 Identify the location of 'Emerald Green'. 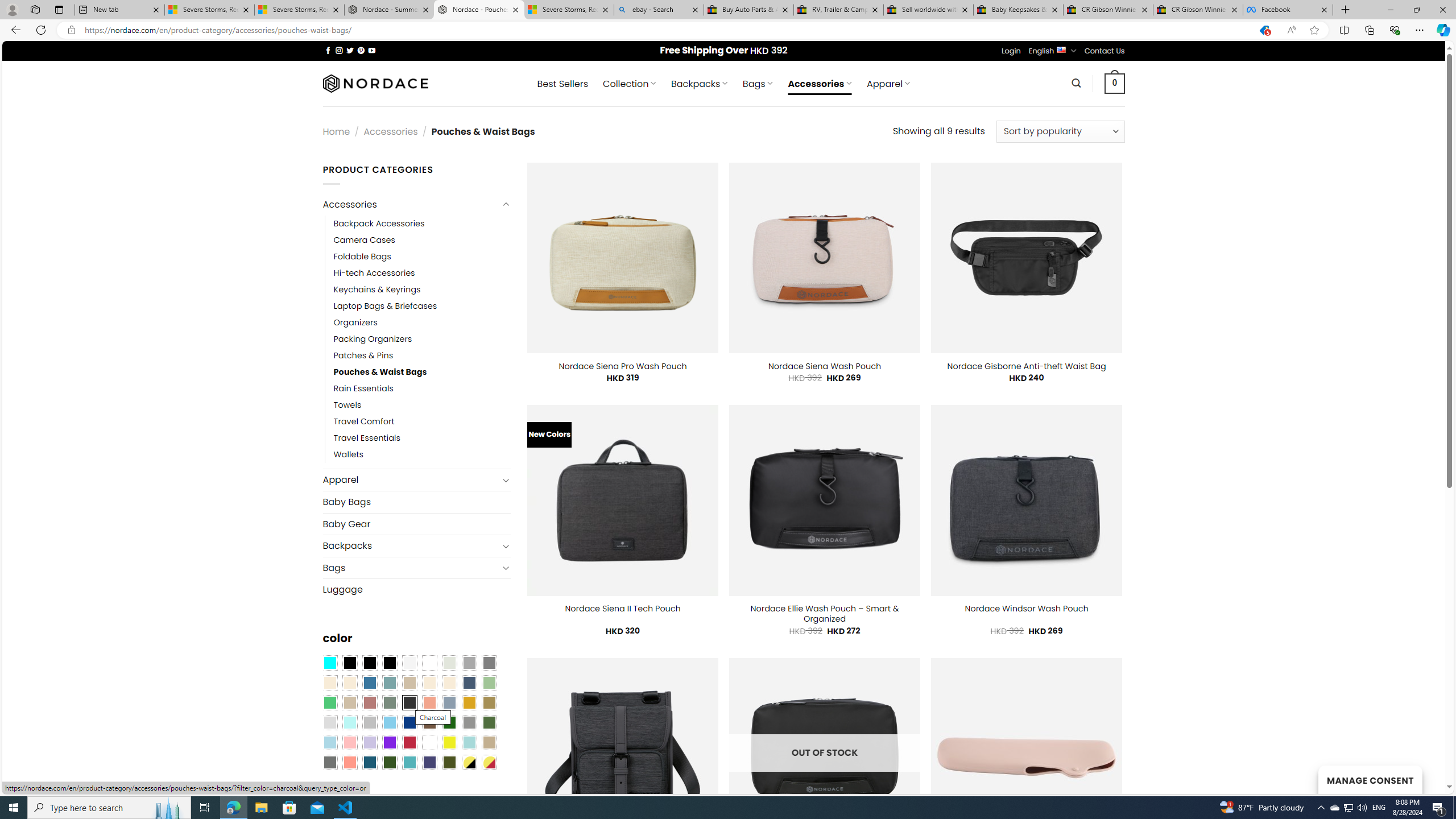
(329, 702).